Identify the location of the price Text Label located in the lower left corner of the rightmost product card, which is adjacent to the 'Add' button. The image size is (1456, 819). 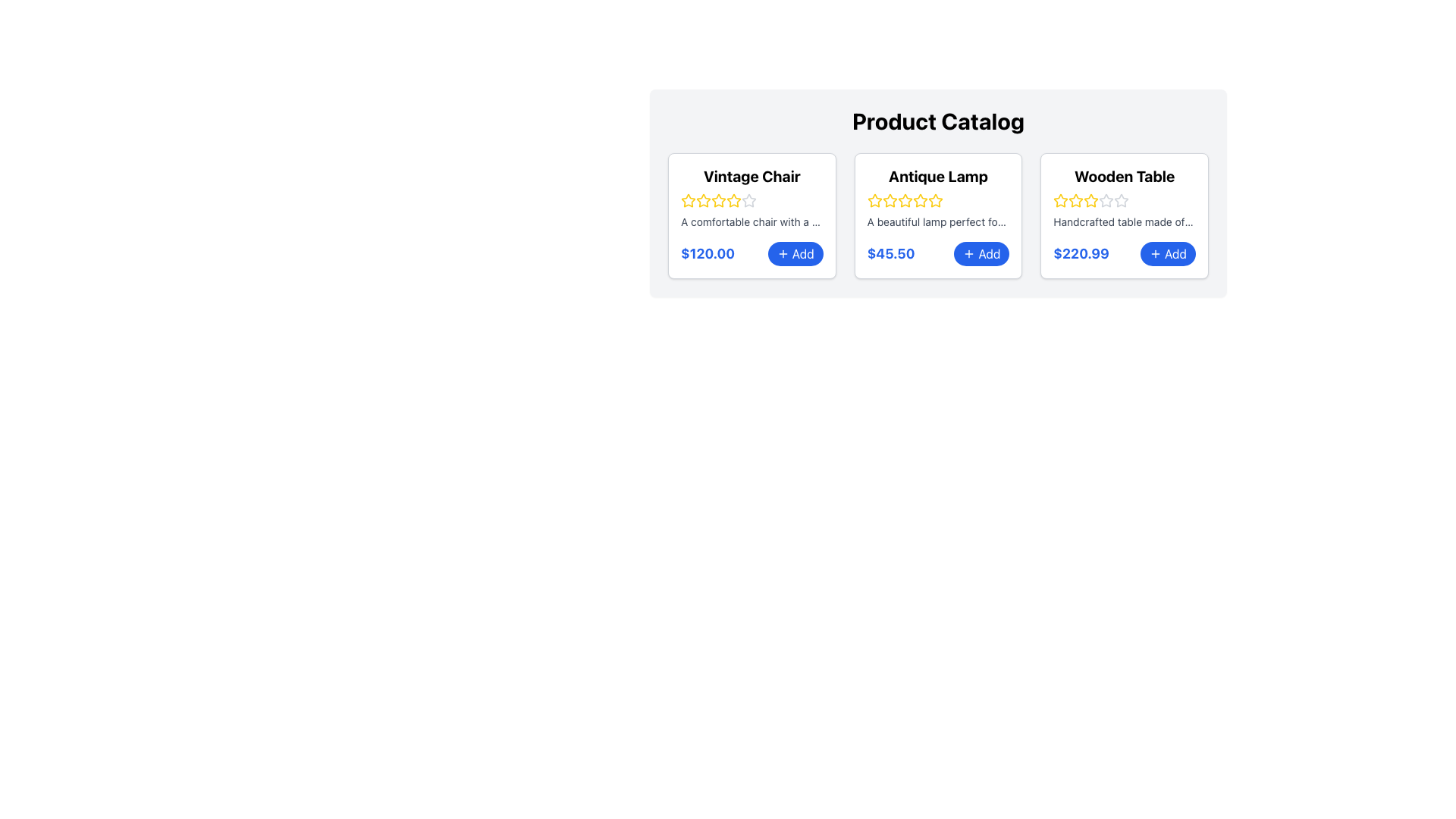
(1080, 253).